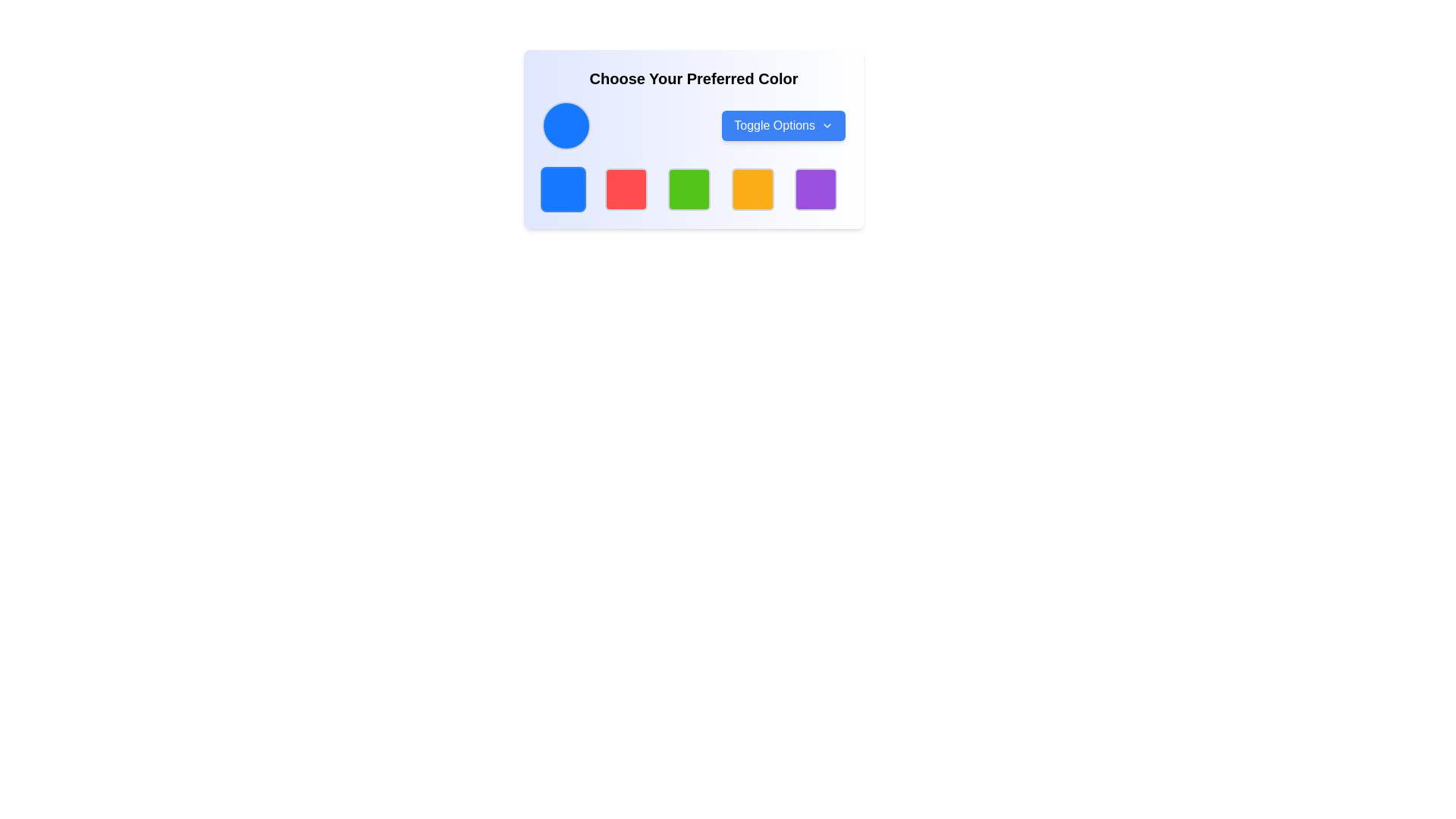  Describe the element at coordinates (826, 124) in the screenshot. I see `the Chevron-down icon located within the 'Toggle Options' button in the upper-right corner of the colored selection-card interface` at that location.